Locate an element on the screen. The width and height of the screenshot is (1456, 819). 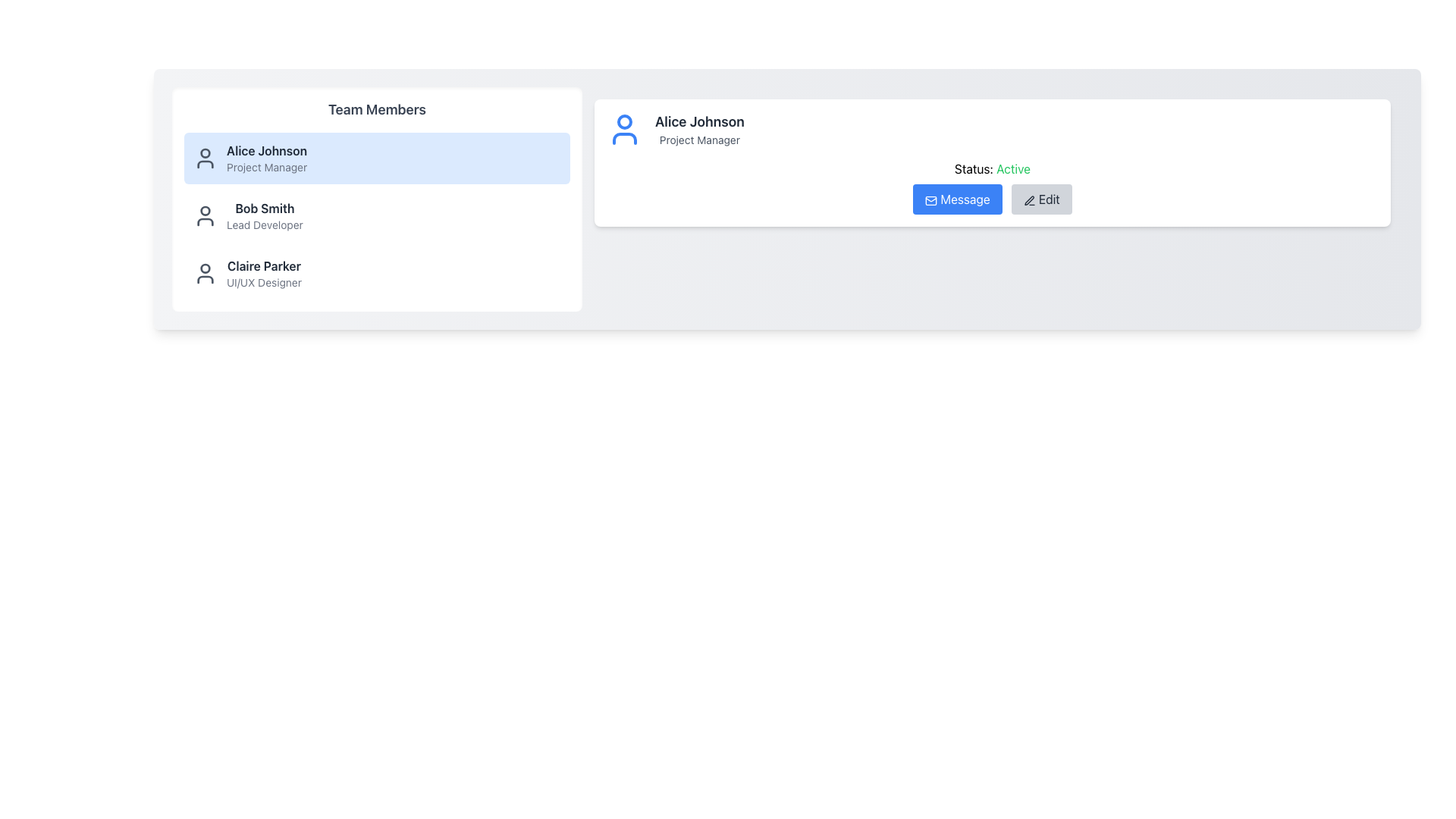
the text label indicating 'Status: Active', which is styled in green and located at the top of the user information card, above the 'Message' and 'Edit' buttons is located at coordinates (993, 169).